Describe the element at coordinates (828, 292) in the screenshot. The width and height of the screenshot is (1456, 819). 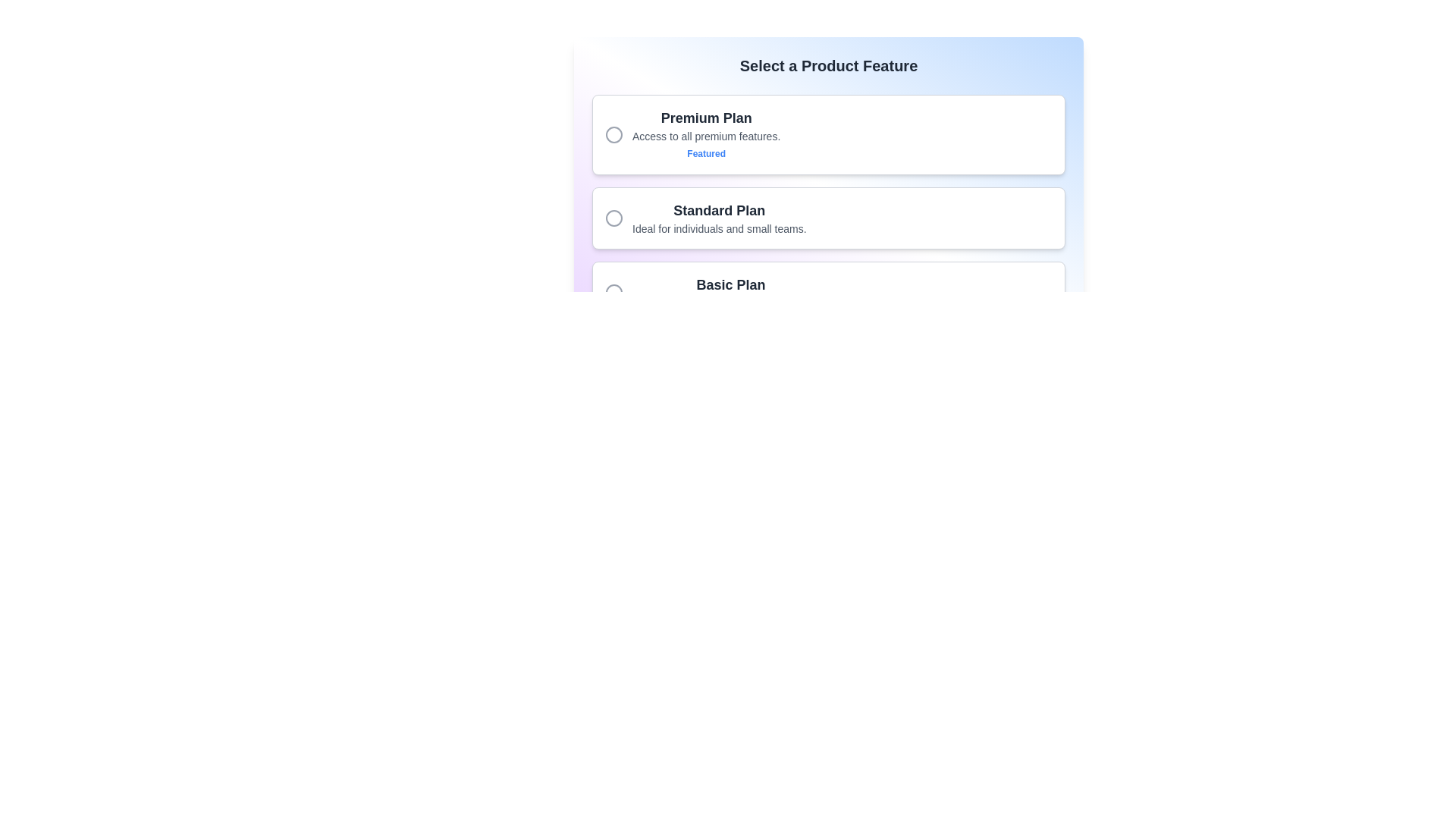
I see `the 'Basic Plan' selection card located at the bottom of the vertically-stacked list of selection cards` at that location.